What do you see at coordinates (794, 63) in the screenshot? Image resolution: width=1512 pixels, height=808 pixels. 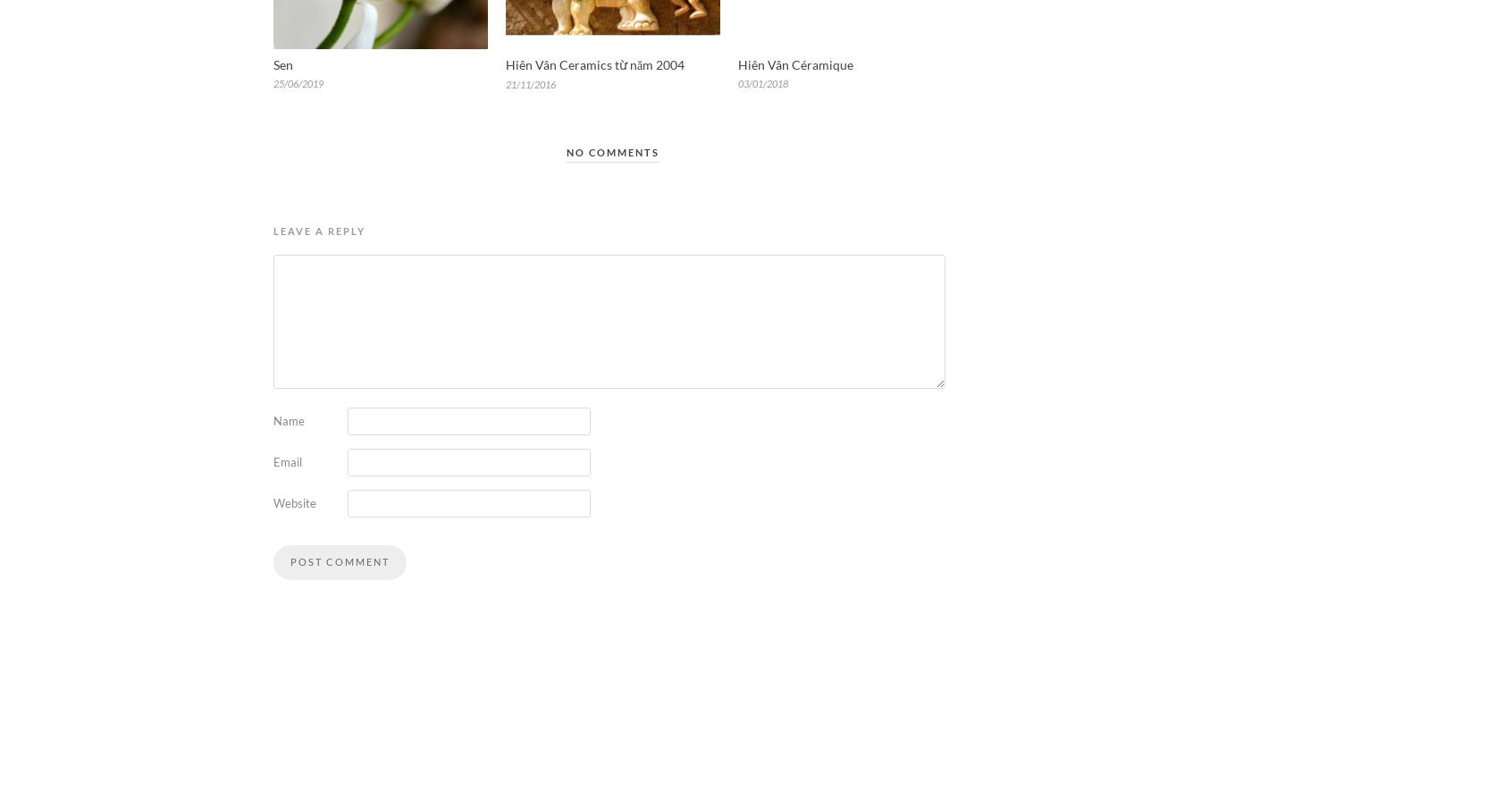 I see `'Hiên Vân Céramique'` at bounding box center [794, 63].